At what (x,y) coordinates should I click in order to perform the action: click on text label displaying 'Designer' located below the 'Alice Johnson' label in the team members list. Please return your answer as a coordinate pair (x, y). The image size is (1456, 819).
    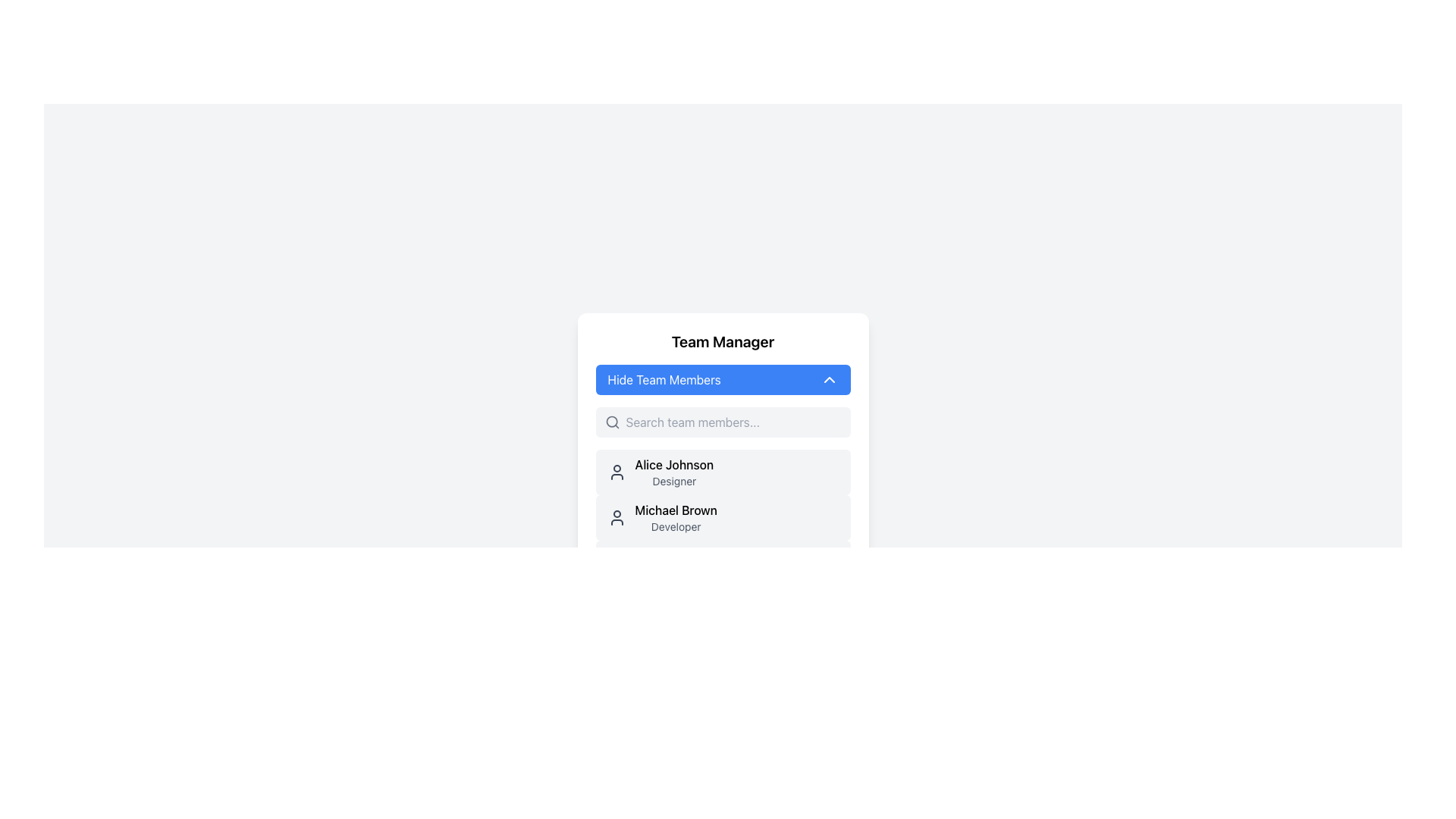
    Looking at the image, I should click on (673, 482).